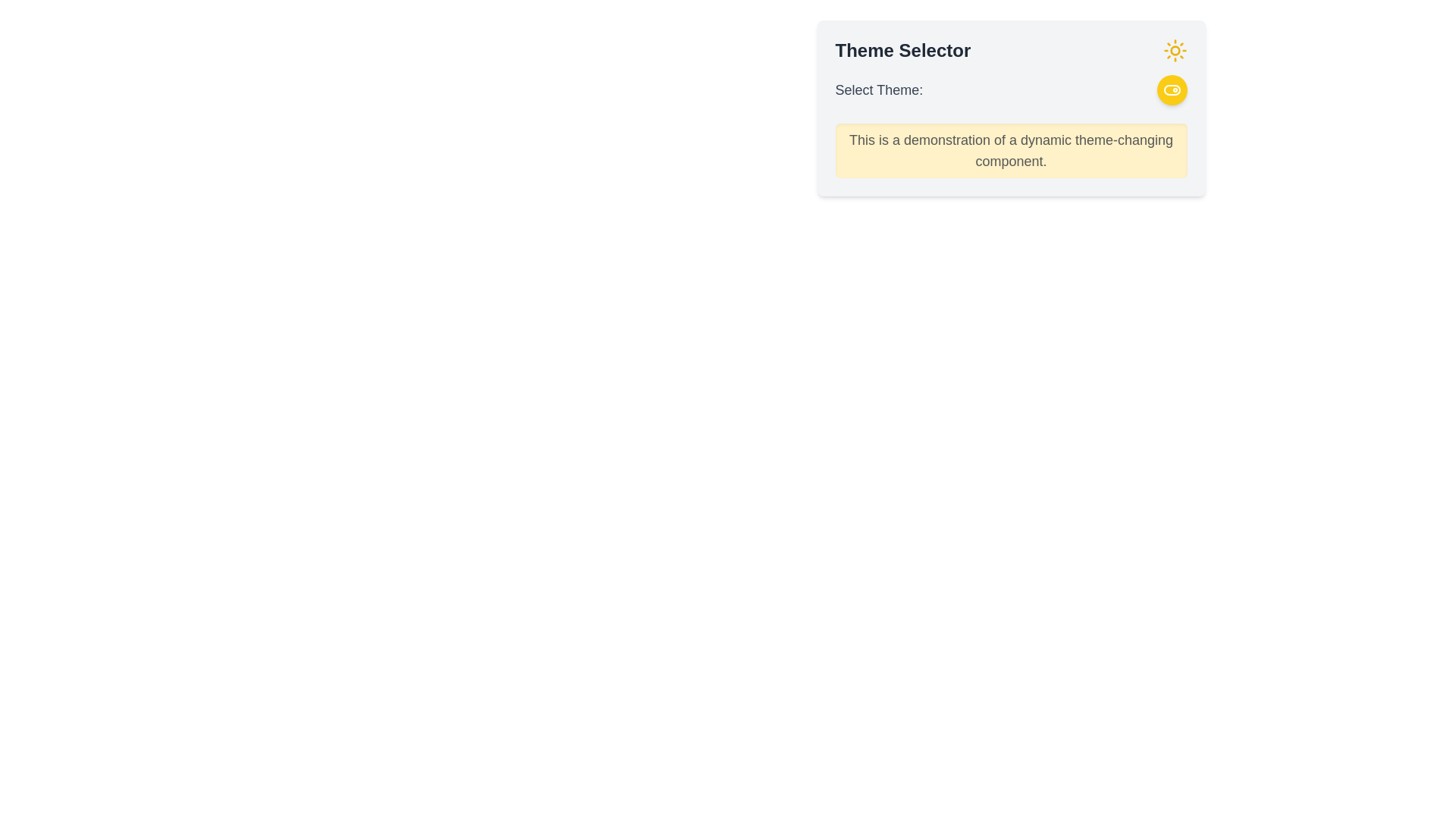 This screenshot has height=819, width=1456. What do you see at coordinates (879, 90) in the screenshot?
I see `text label that displays 'Select Theme:' located in the top-right quadrant of the interface` at bounding box center [879, 90].